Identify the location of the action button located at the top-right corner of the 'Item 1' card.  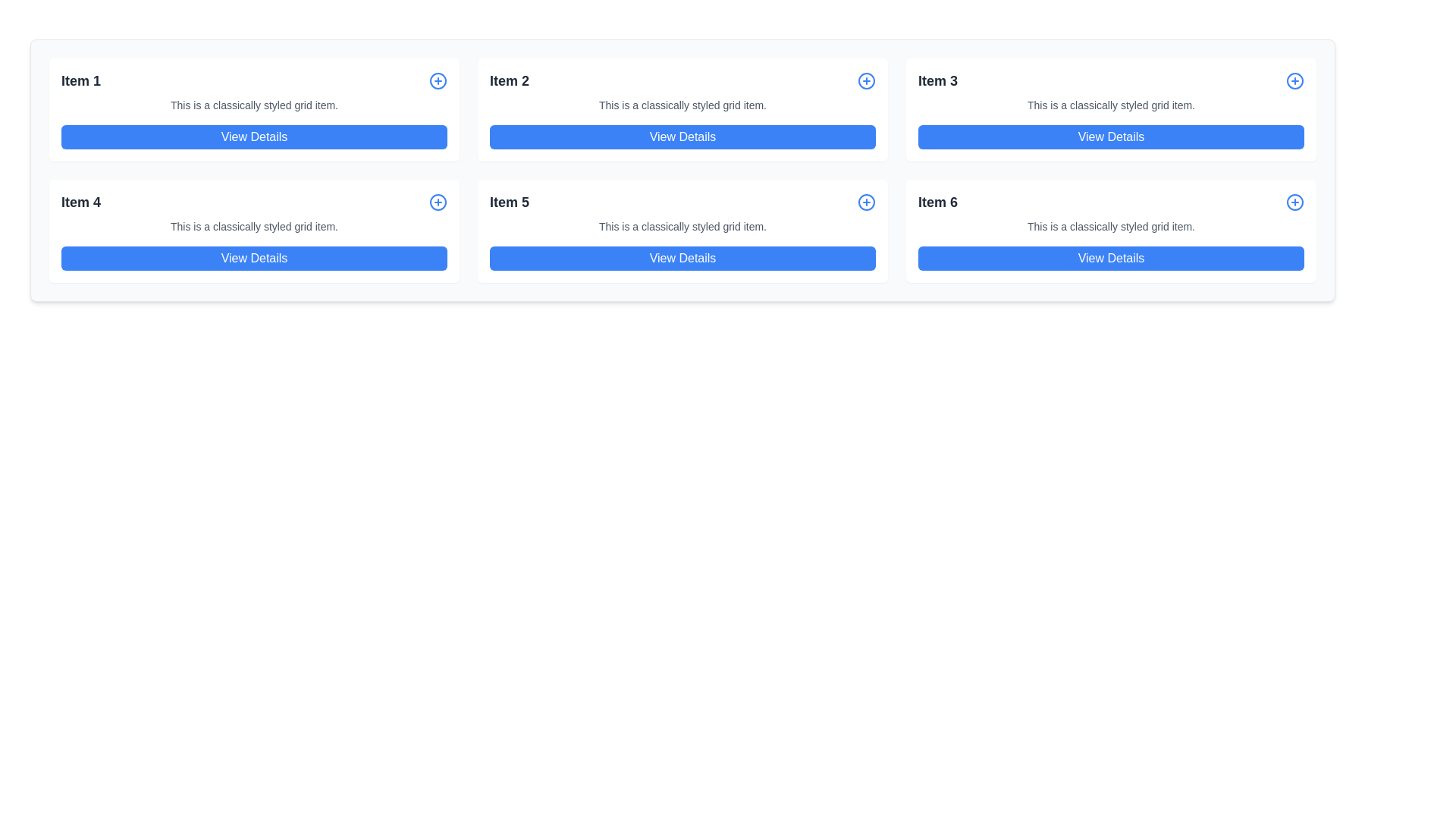
(437, 81).